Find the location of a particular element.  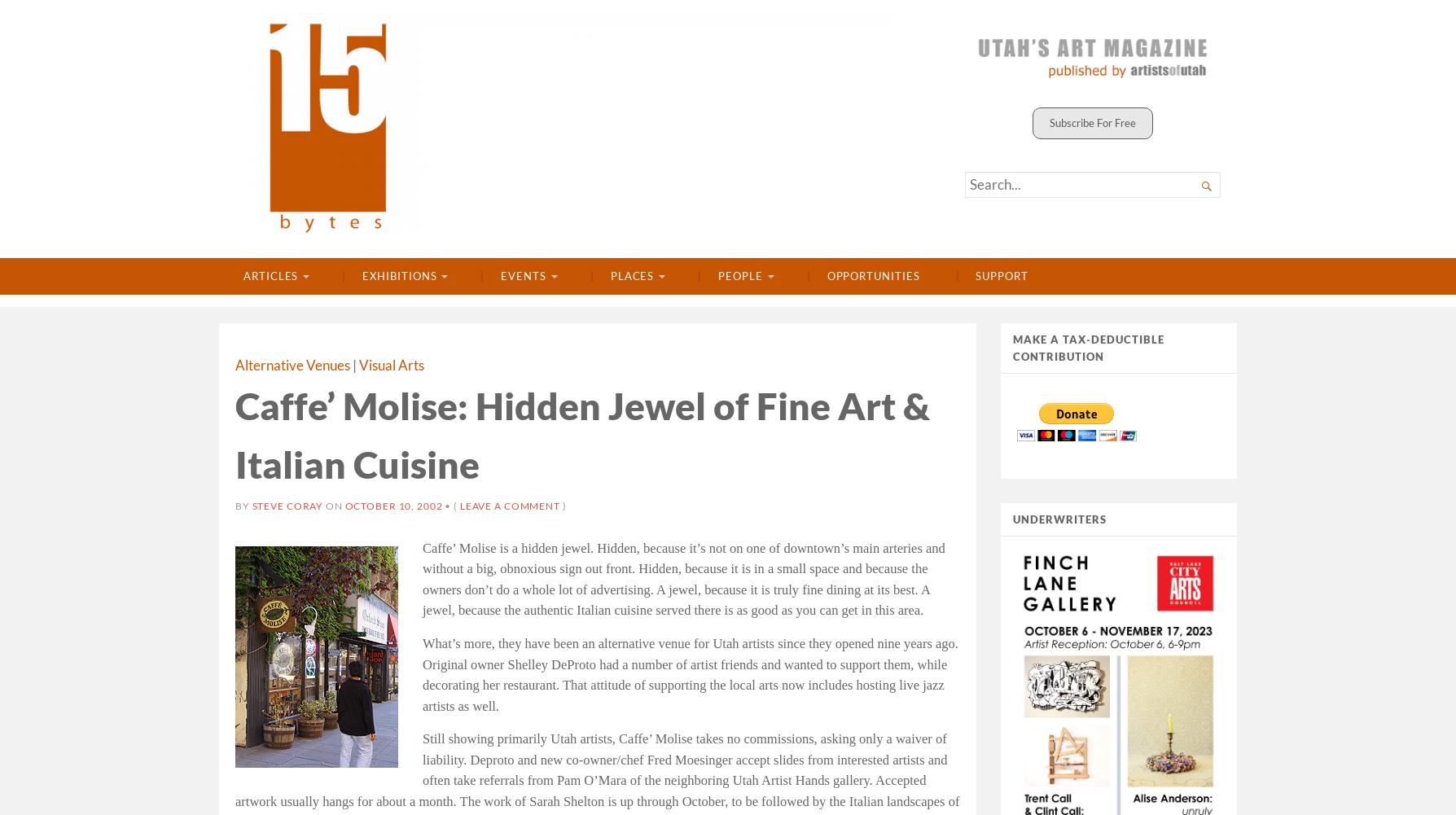

'People' is located at coordinates (740, 276).